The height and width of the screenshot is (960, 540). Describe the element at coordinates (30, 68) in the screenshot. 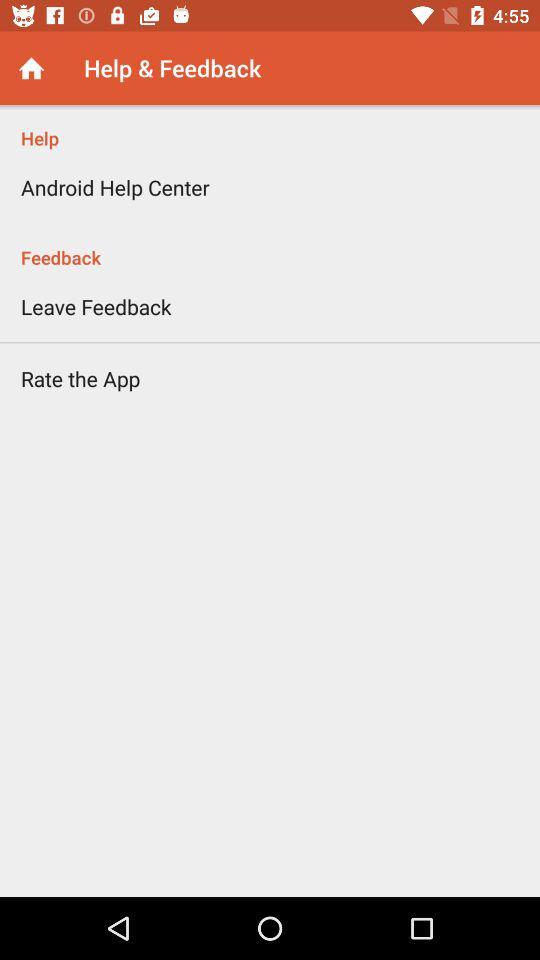

I see `the icon next to help & feedback item` at that location.